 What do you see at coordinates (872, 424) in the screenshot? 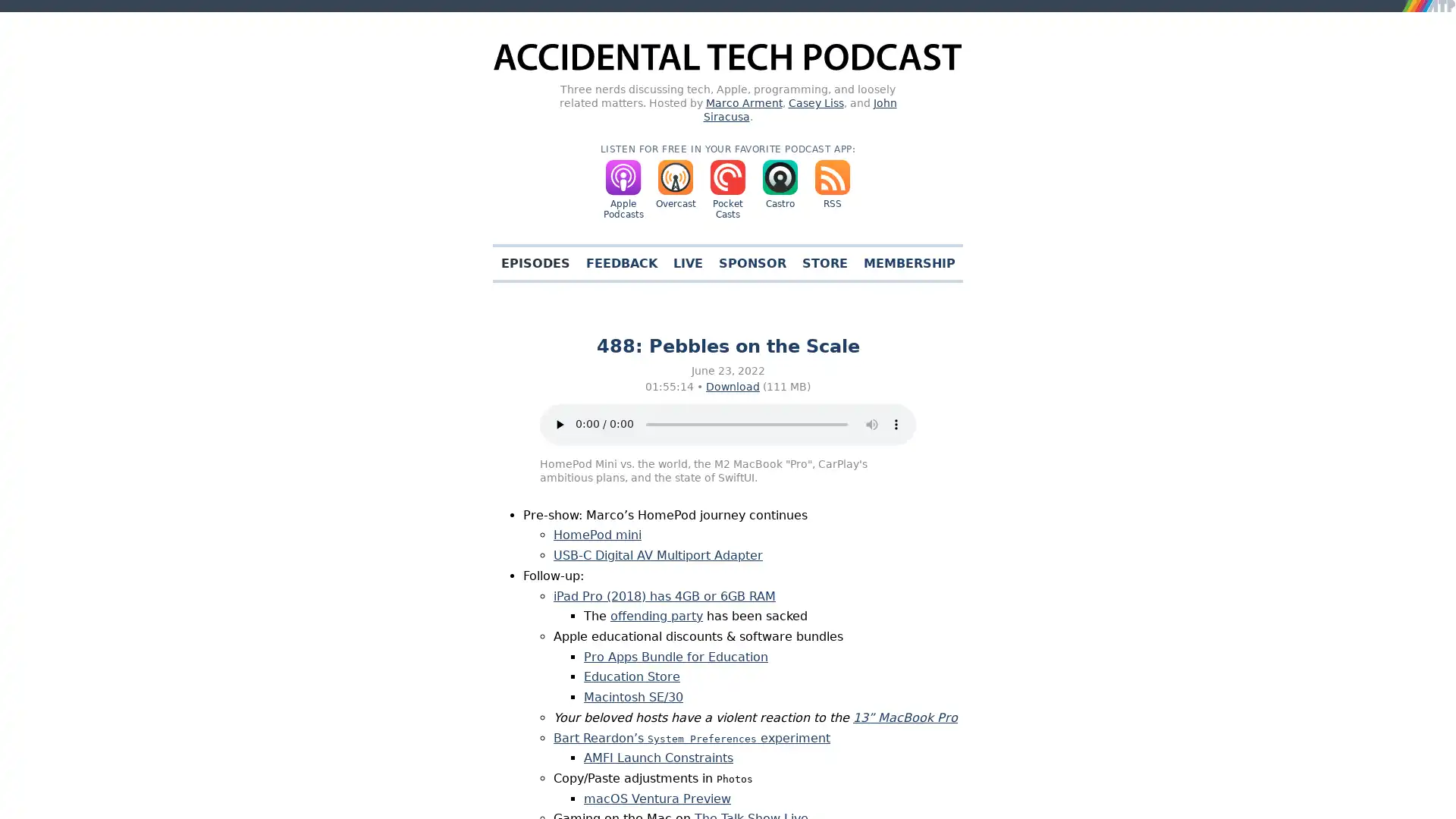
I see `mute` at bounding box center [872, 424].